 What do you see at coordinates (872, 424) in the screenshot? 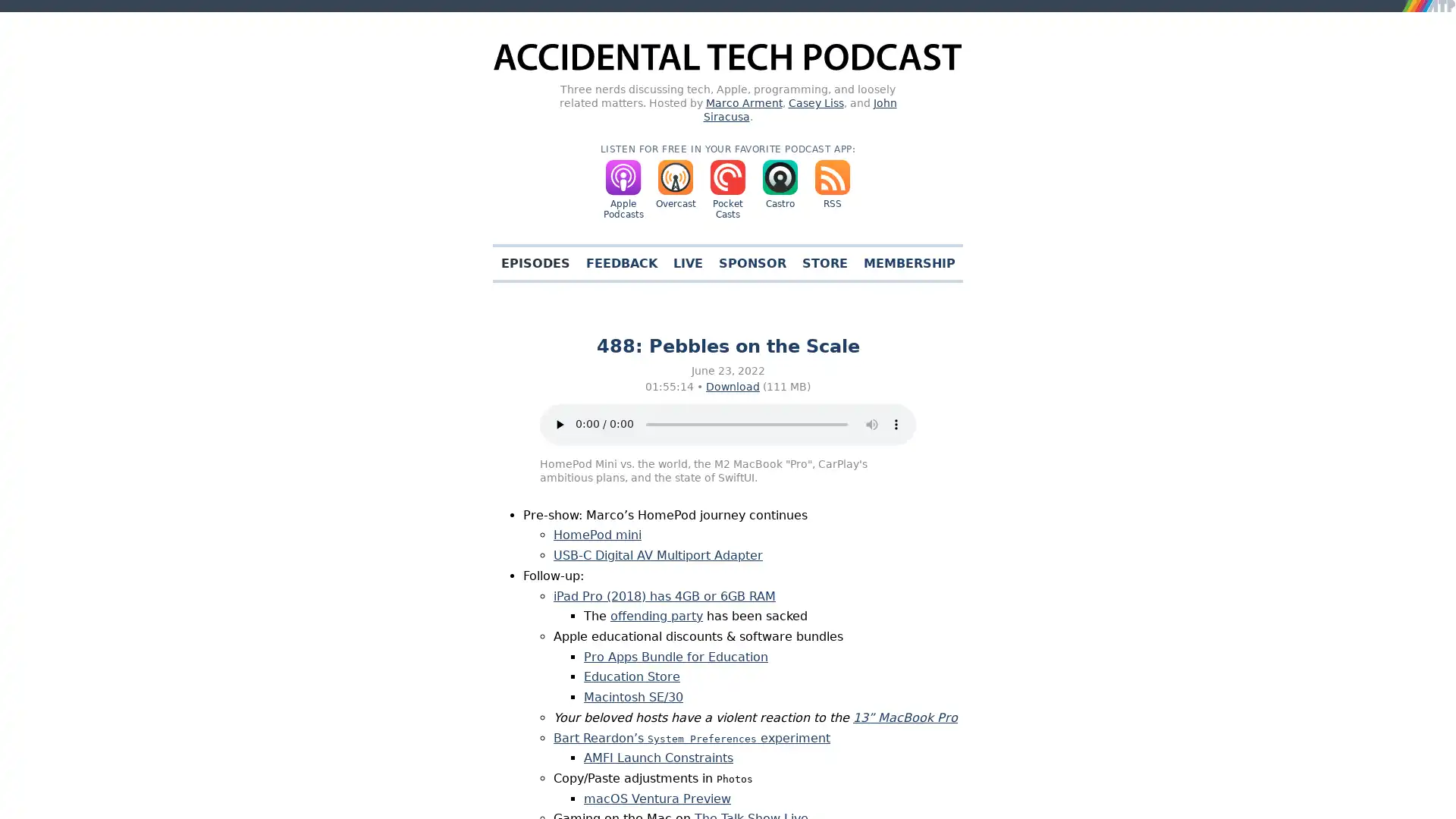
I see `mute` at bounding box center [872, 424].